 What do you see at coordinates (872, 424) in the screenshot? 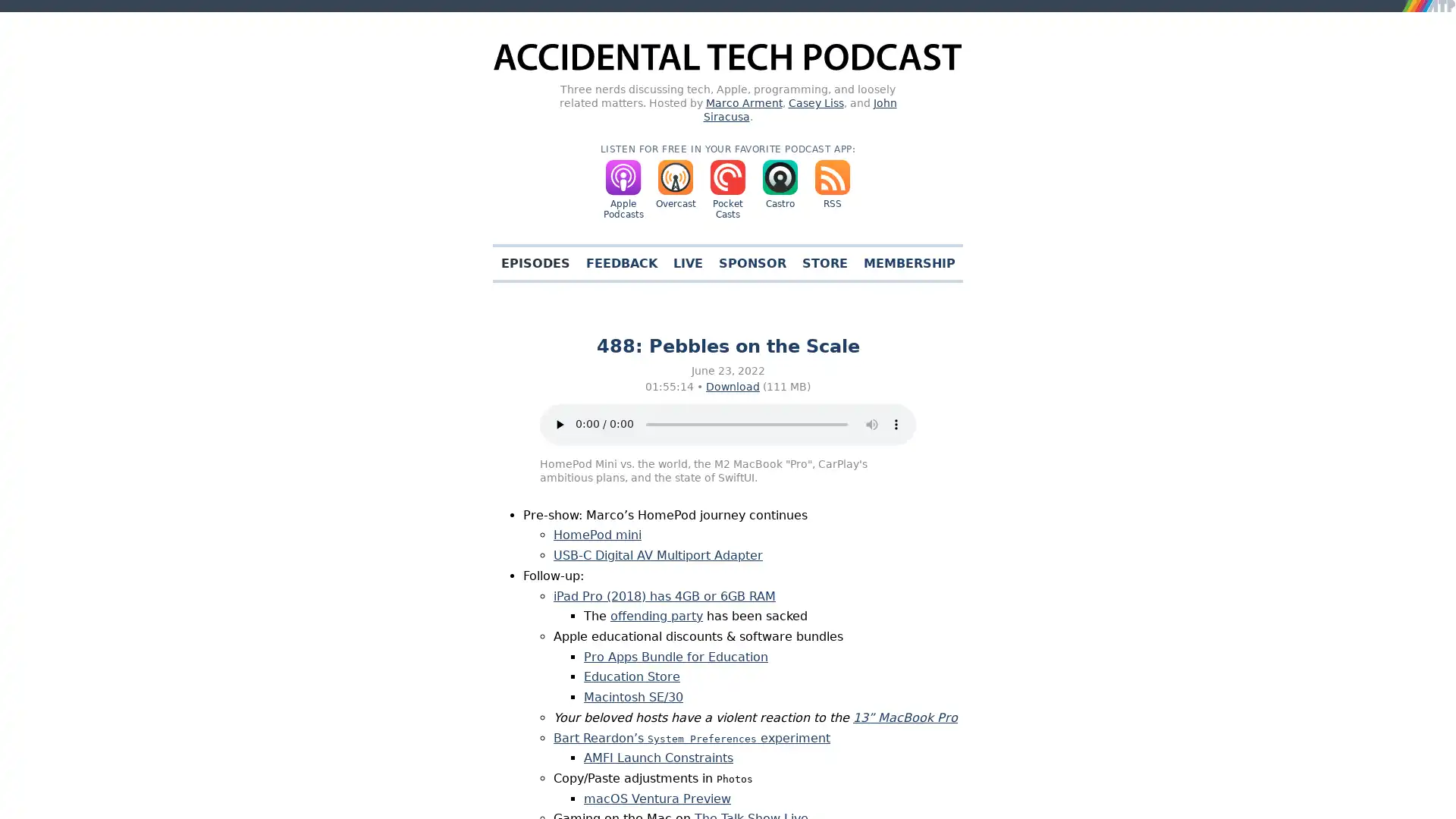
I see `mute` at bounding box center [872, 424].